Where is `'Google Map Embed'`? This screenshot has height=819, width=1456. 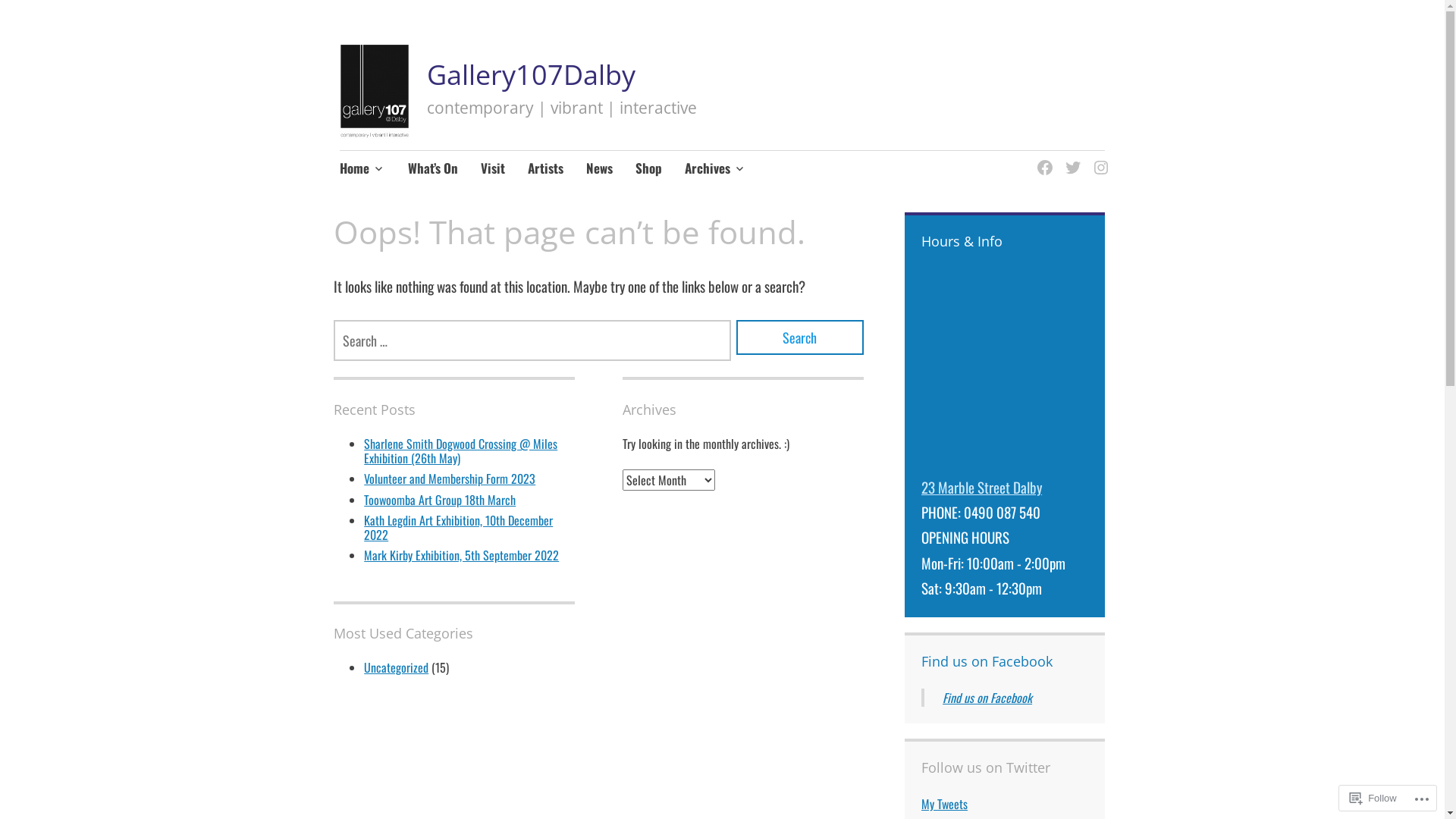 'Google Map Embed' is located at coordinates (1004, 369).